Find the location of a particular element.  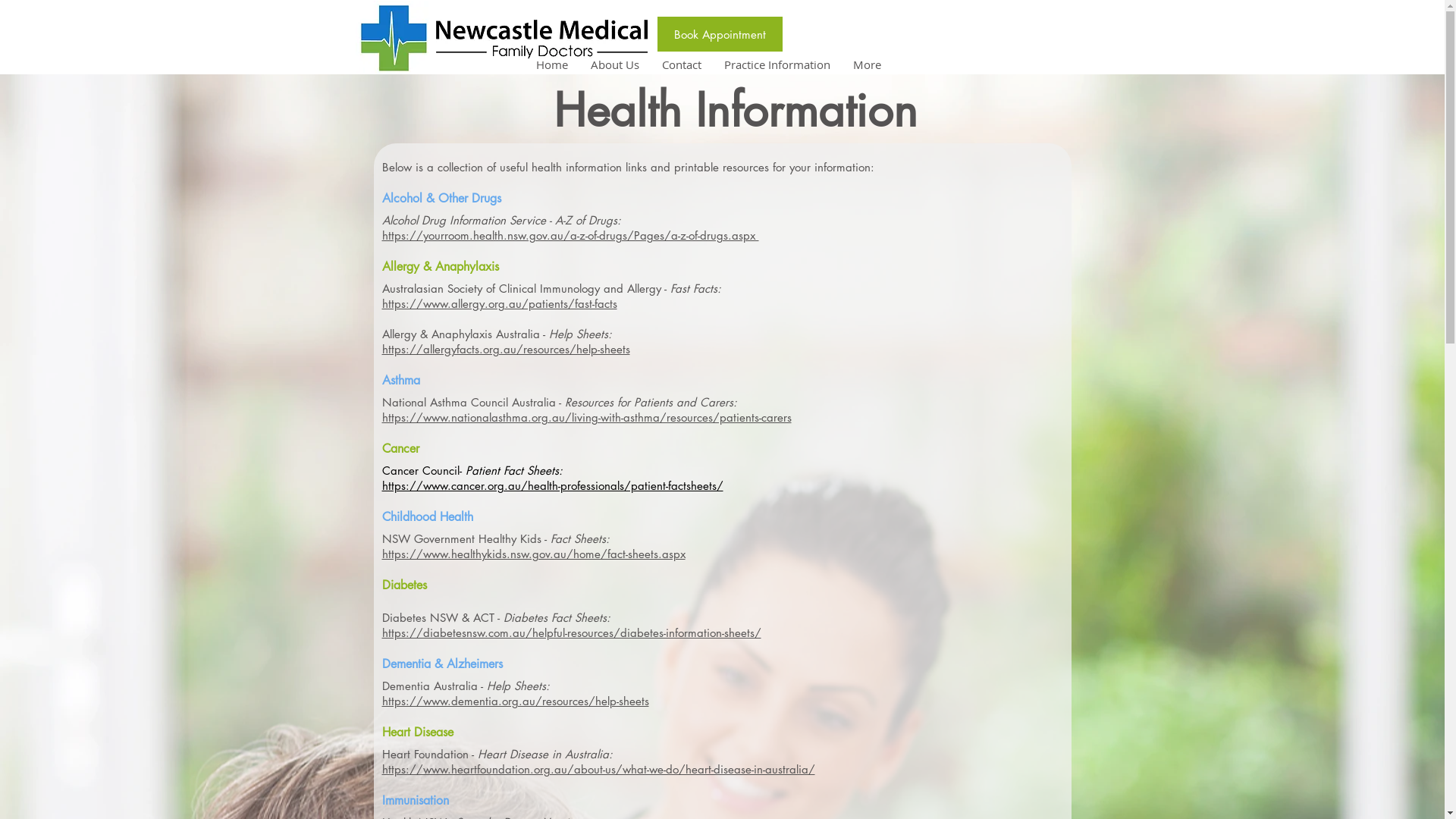

'https://allergyfacts.org.au/resources/help-sheets' is located at coordinates (506, 348).